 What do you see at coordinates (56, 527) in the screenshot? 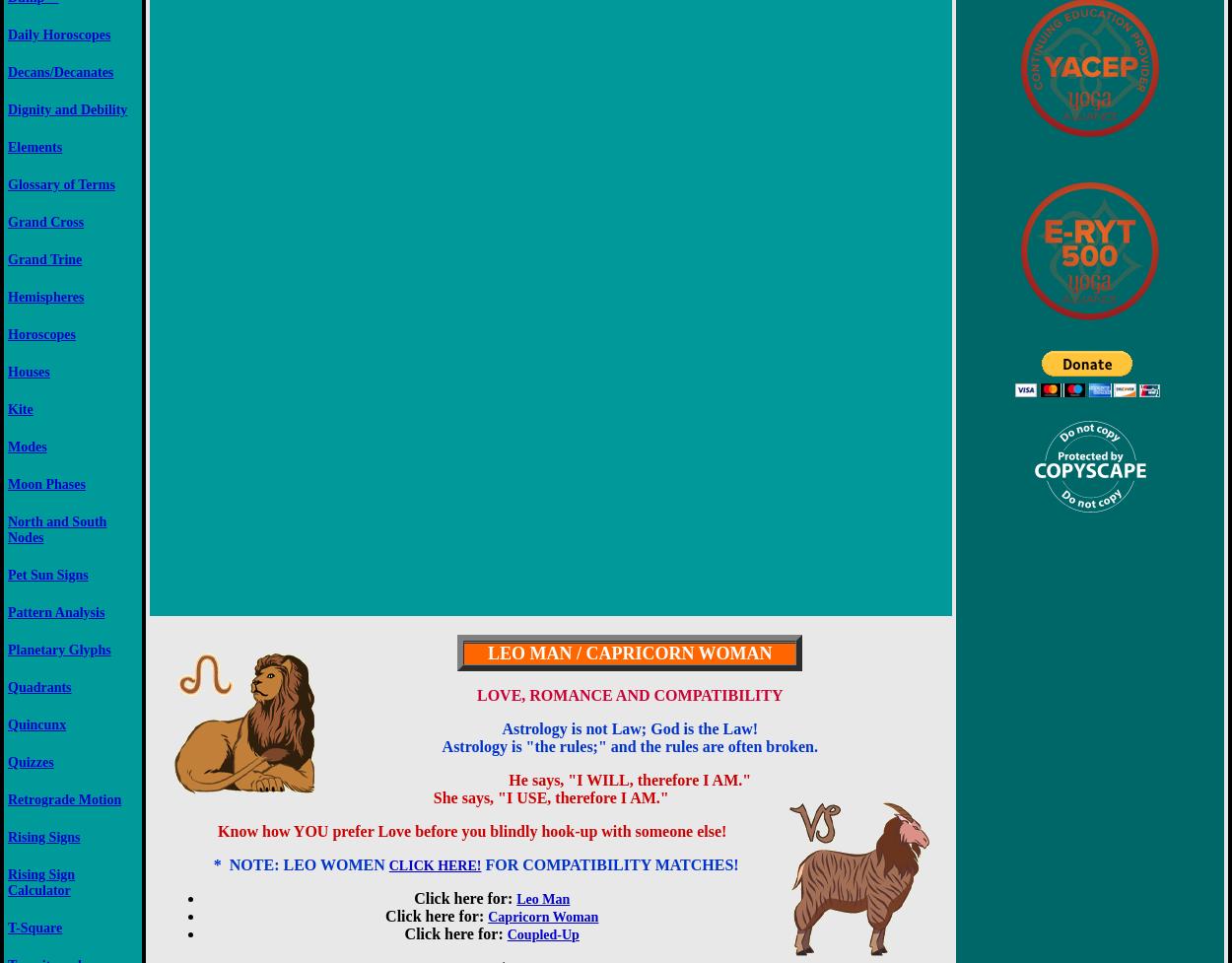
I see `'North and South Nodes'` at bounding box center [56, 527].